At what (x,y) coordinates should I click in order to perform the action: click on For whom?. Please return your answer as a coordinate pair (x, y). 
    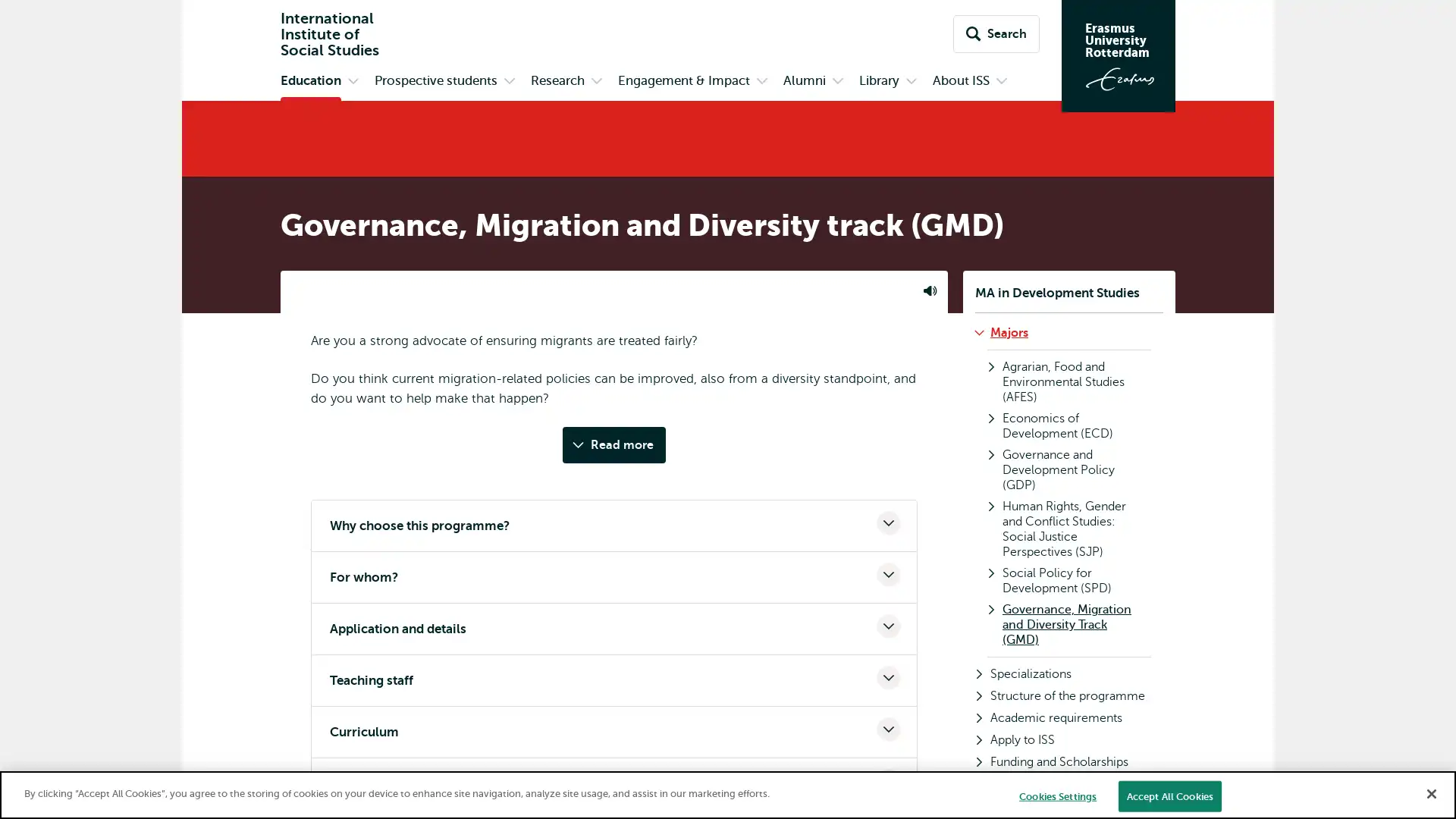
    Looking at the image, I should click on (614, 577).